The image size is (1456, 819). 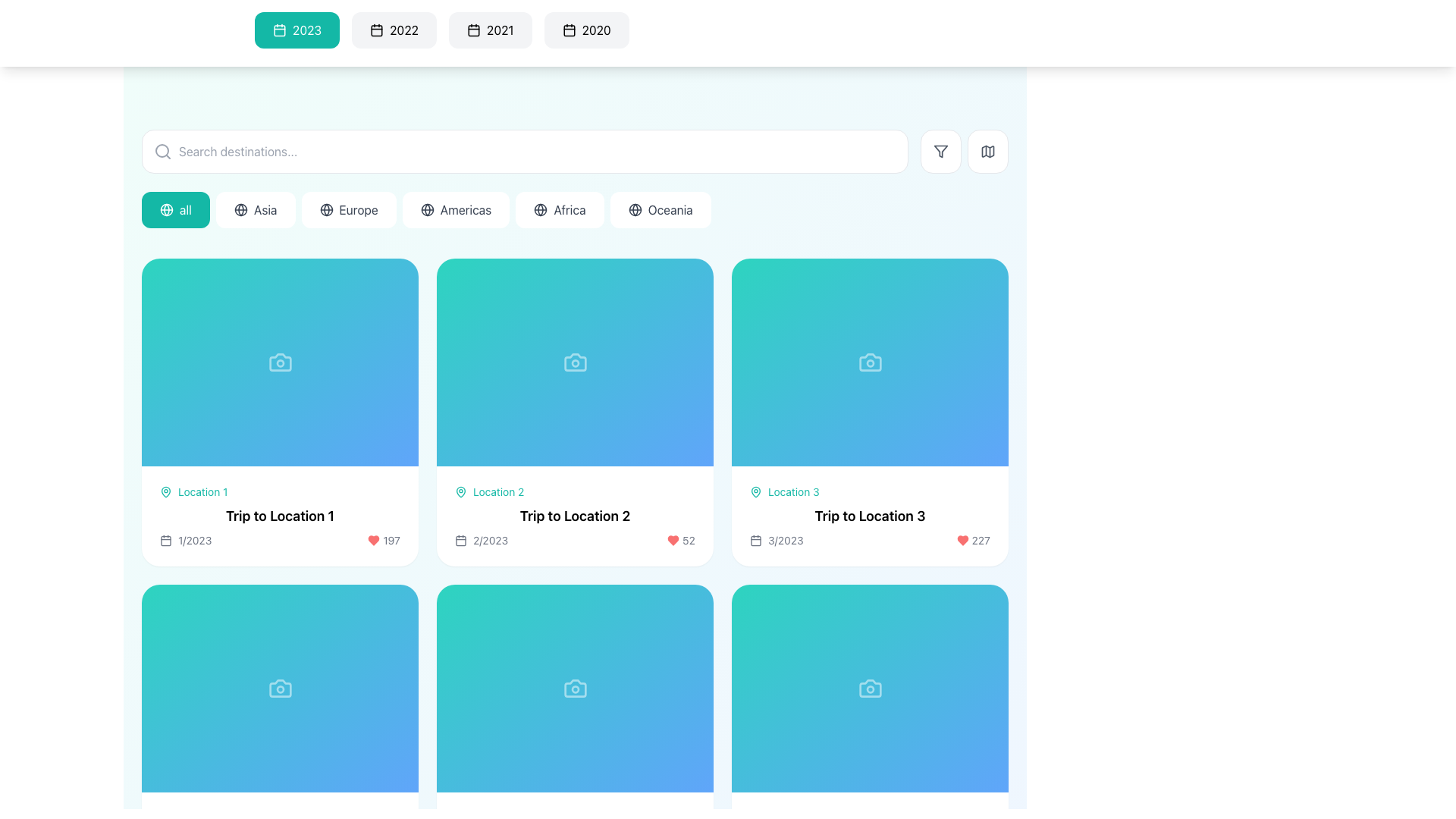 I want to click on the year selector button for 2021, which is the third button from the left in a row of similar buttons at the top interface, located between the '2022' and '2020' buttons, so click(x=490, y=30).